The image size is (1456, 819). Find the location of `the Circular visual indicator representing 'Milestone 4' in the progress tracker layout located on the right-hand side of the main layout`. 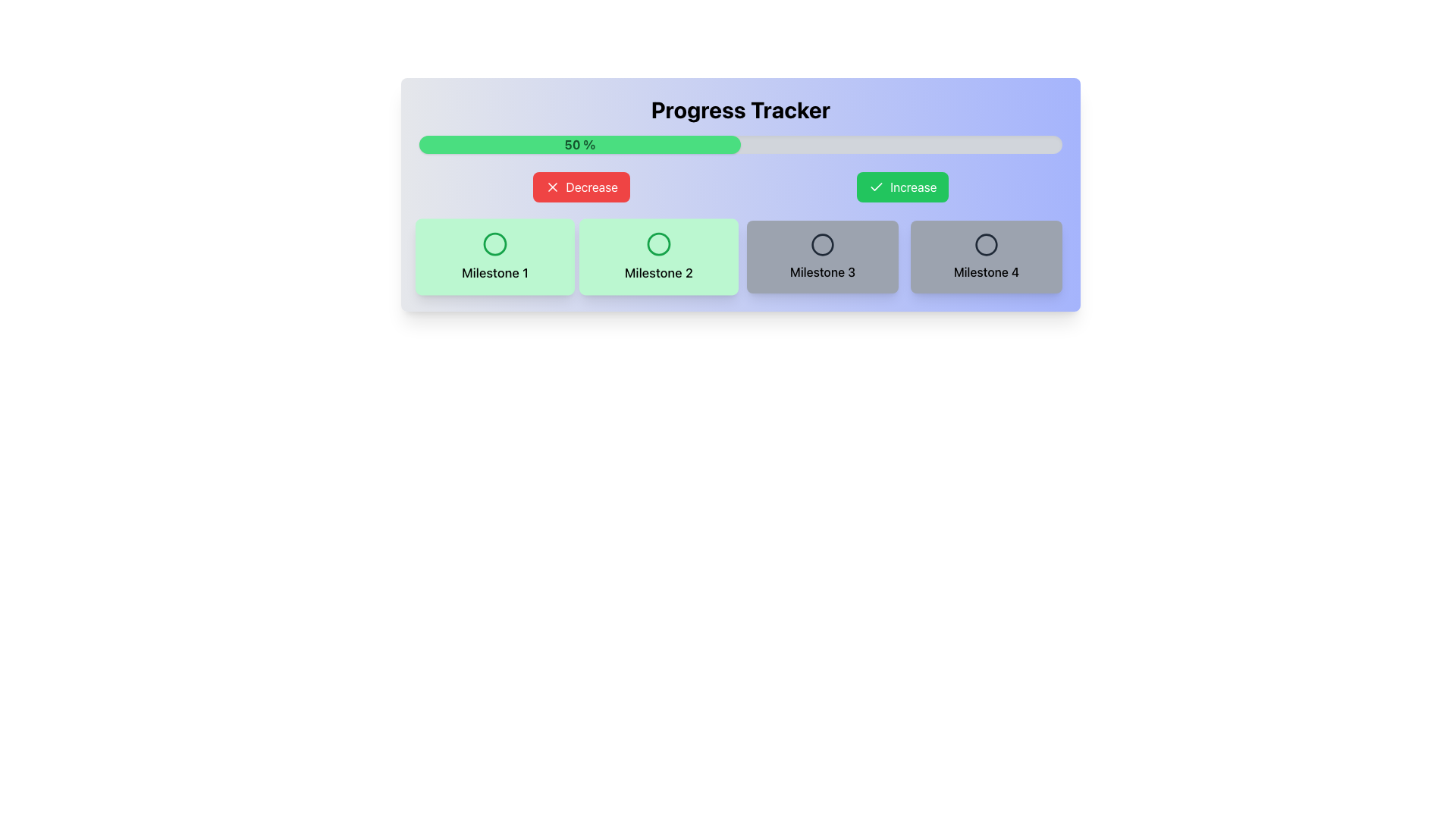

the Circular visual indicator representing 'Milestone 4' in the progress tracker layout located on the right-hand side of the main layout is located at coordinates (986, 244).